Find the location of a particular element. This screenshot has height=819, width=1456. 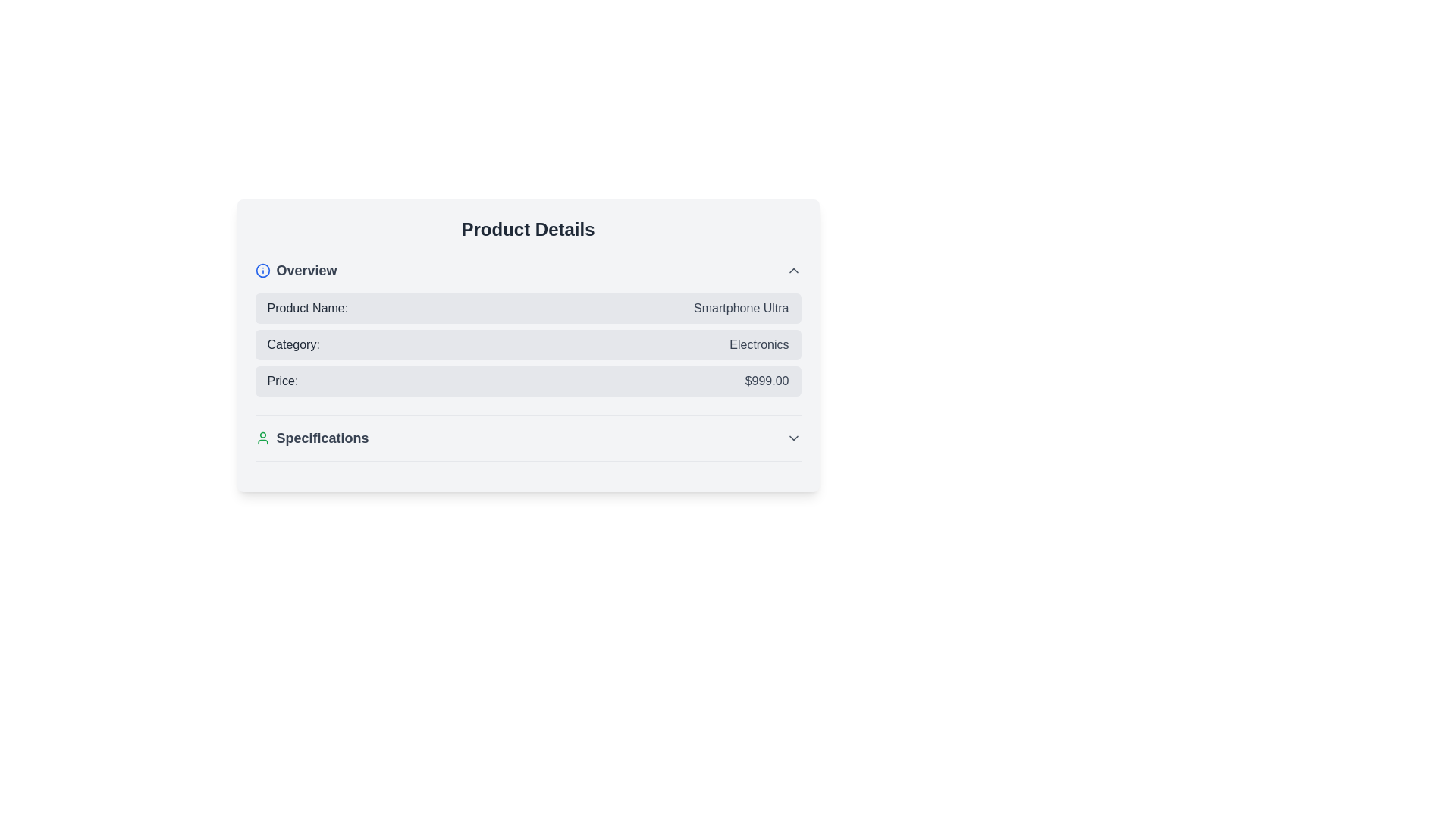

the Information Display Section that includes 'Product Name: Smartphone Ultra', 'Category: Electronics', and 'Price: $999.00' is located at coordinates (528, 337).